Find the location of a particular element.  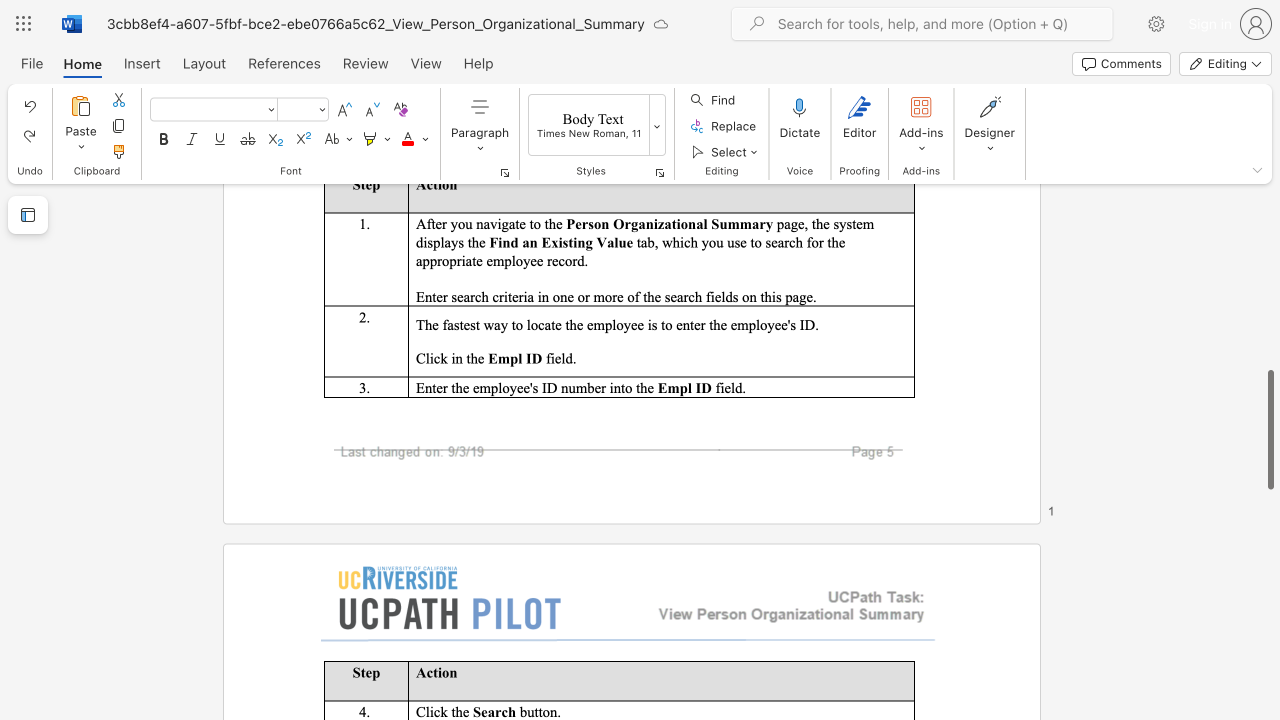

the subset text "ick" within the text "Click the" is located at coordinates (428, 711).